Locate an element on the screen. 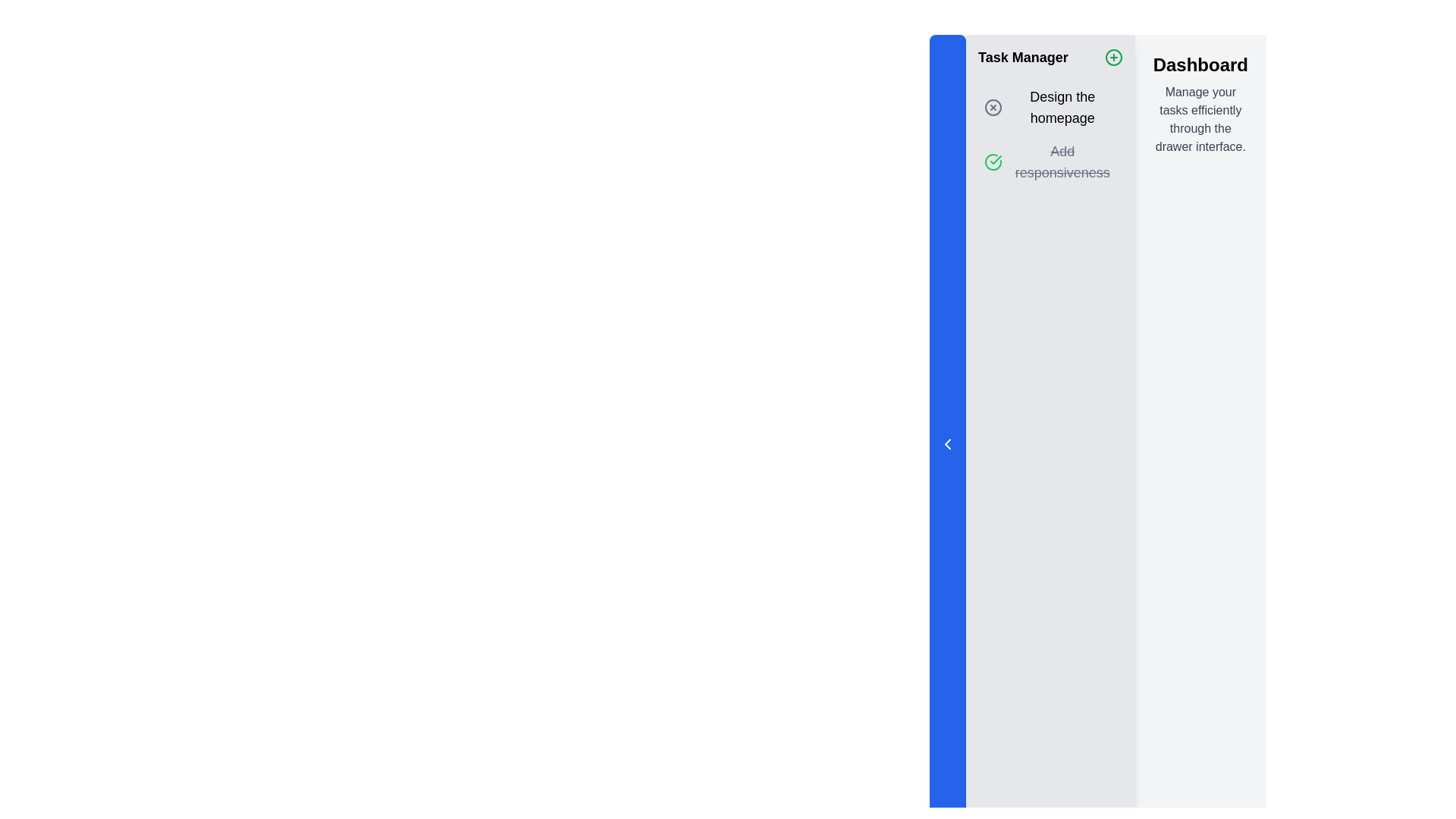 Image resolution: width=1456 pixels, height=819 pixels. the text label displaying 'Design the homepage' located under the 'Task Manager' section is located at coordinates (1062, 107).